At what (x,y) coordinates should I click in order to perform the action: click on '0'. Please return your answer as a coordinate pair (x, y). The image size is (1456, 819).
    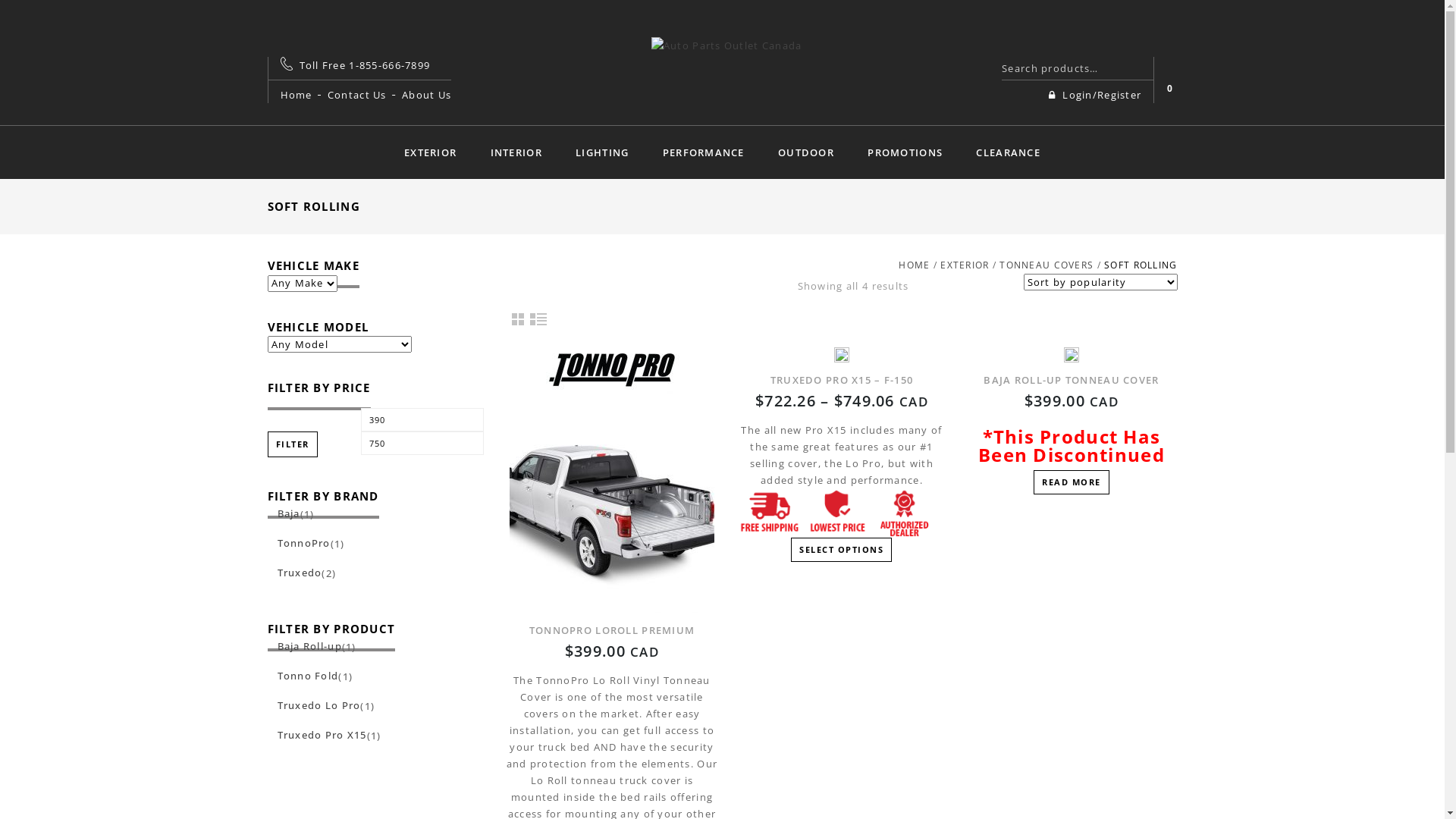
    Looking at the image, I should click on (1169, 88).